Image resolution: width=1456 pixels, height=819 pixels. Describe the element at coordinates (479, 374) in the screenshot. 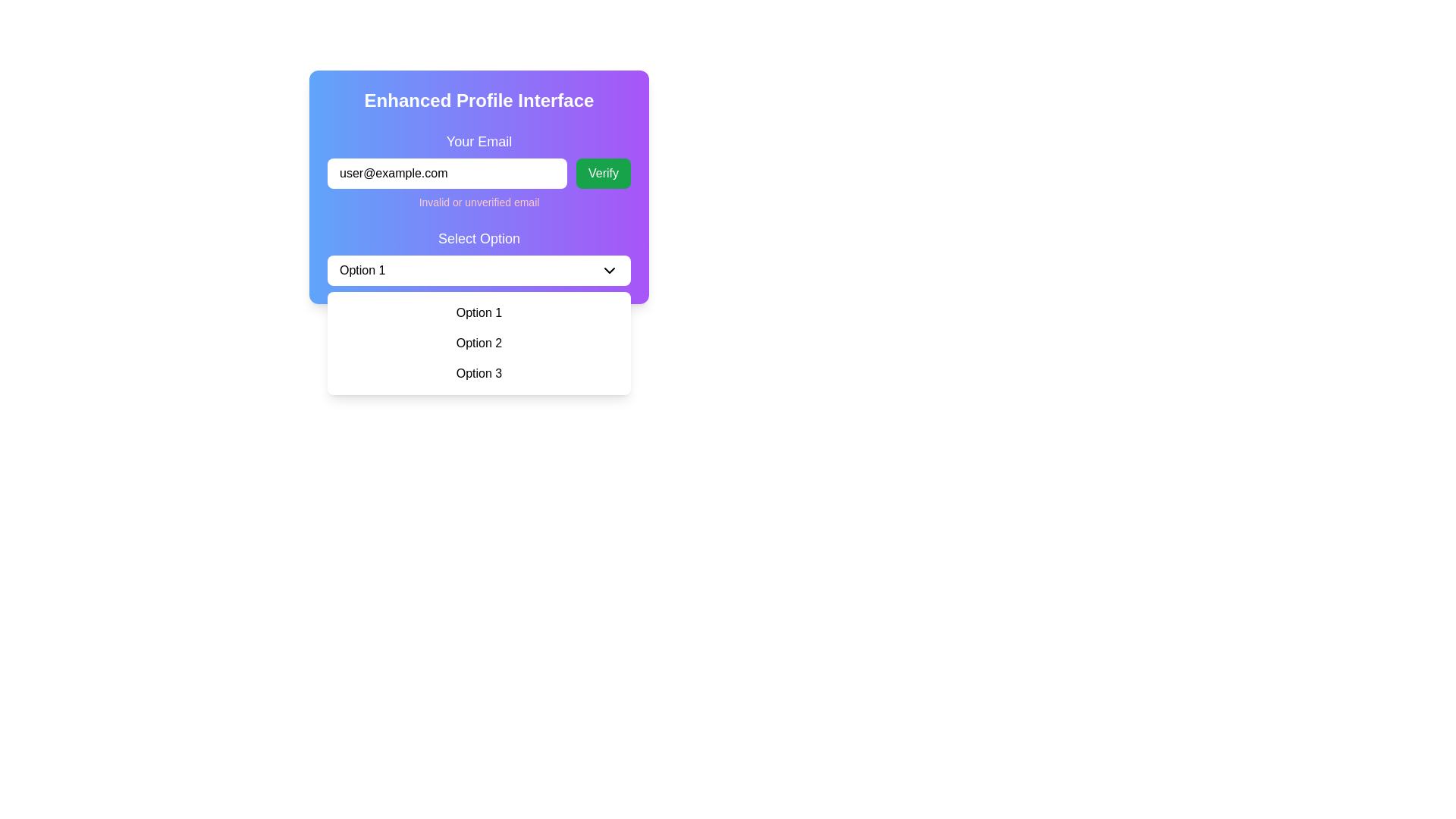

I see `the 'Option 3' element in the dropdown menu` at that location.